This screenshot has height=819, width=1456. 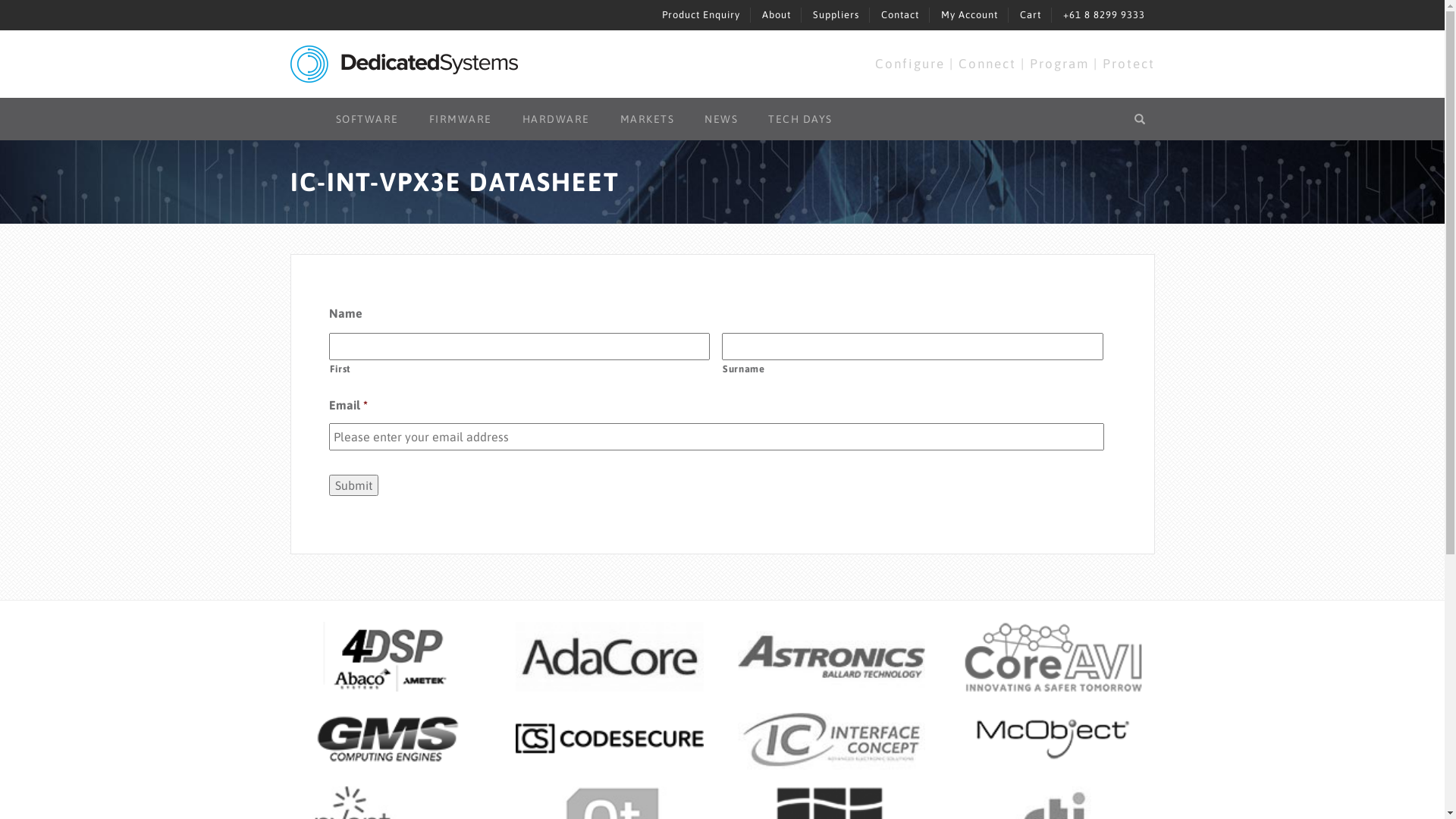 What do you see at coordinates (648, 118) in the screenshot?
I see `'MARKETS'` at bounding box center [648, 118].